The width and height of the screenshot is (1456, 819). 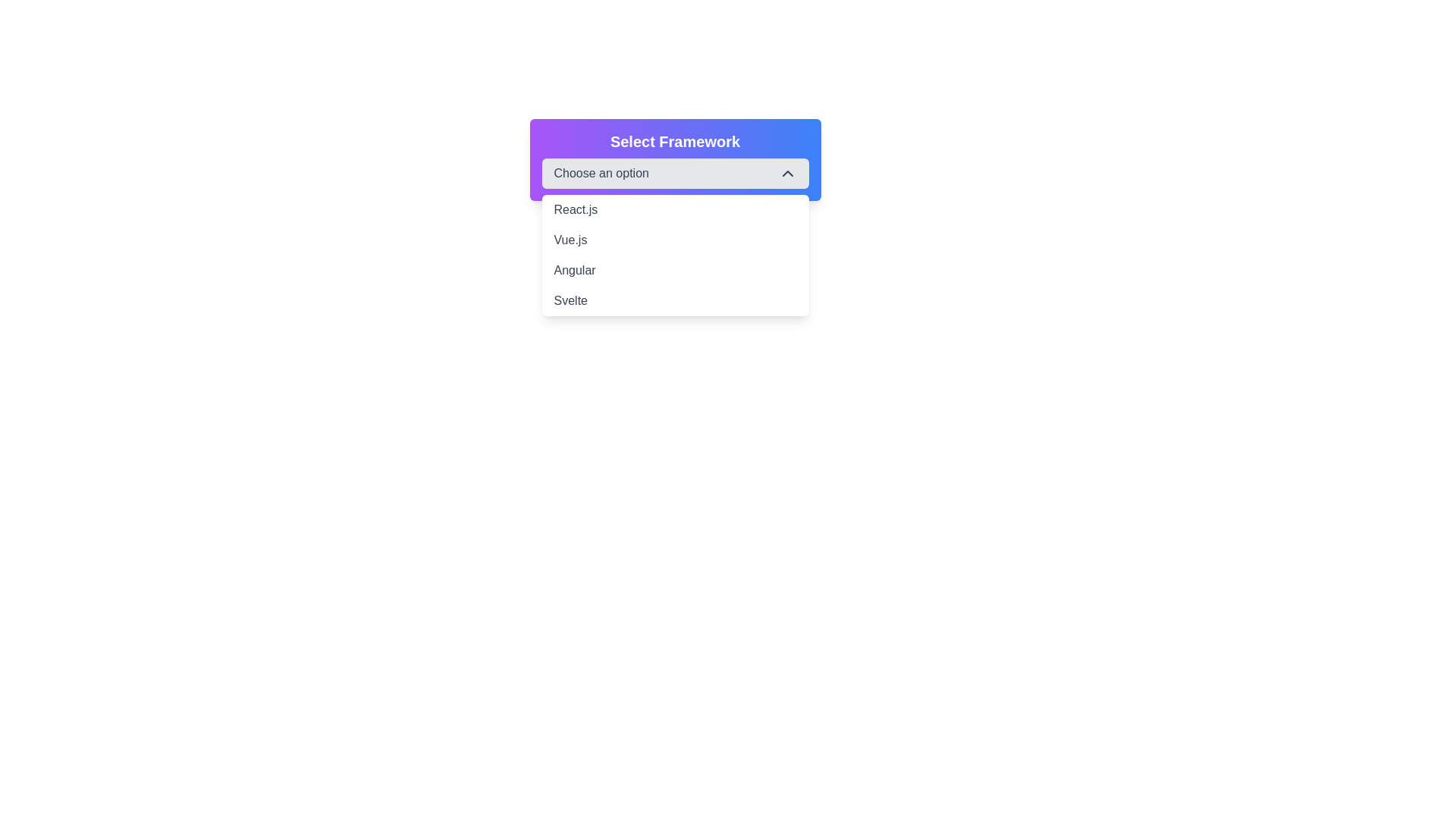 What do you see at coordinates (674, 160) in the screenshot?
I see `the Dropdown menu labeled 'Select Framework'` at bounding box center [674, 160].